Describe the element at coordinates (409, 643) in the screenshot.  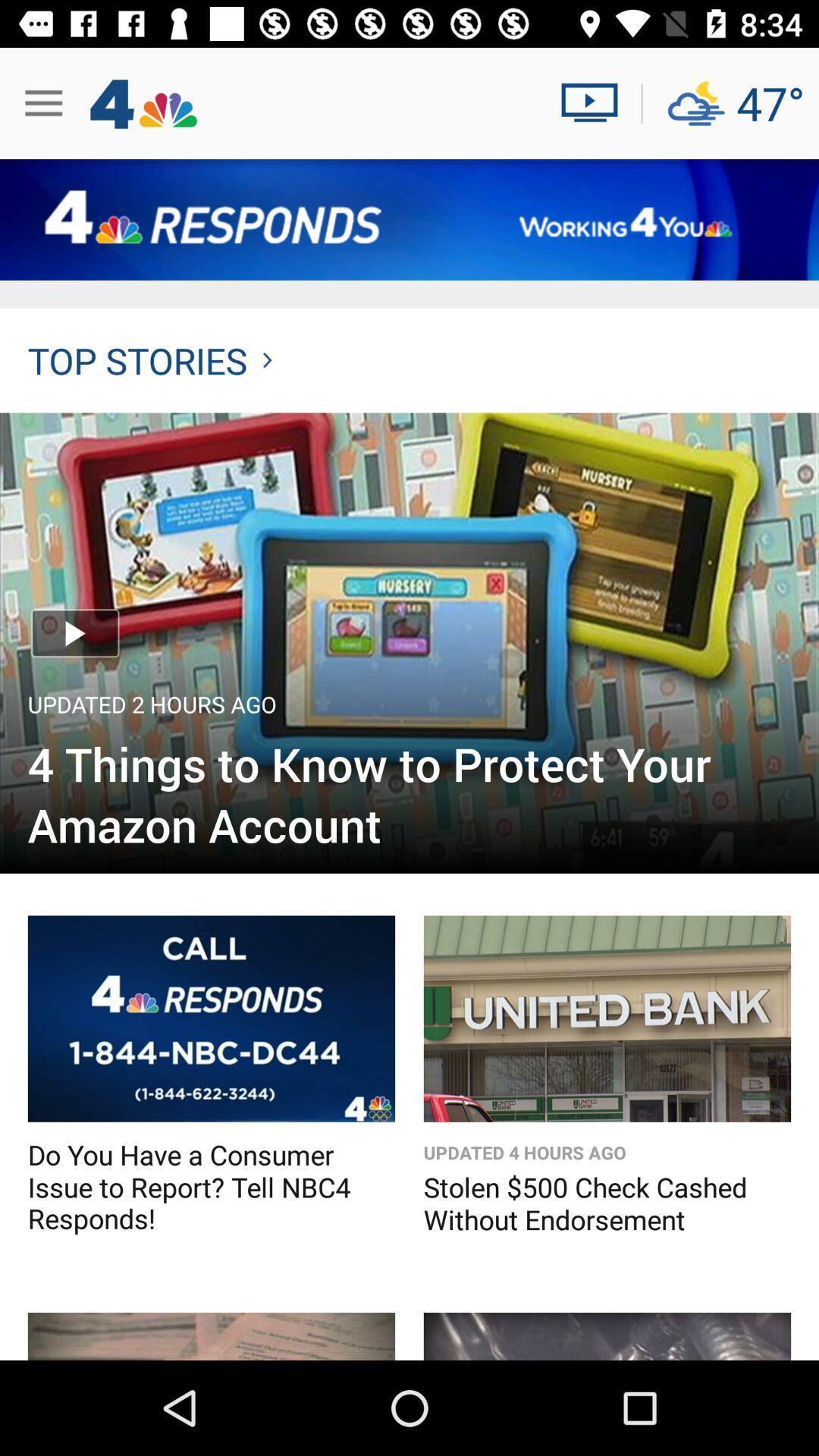
I see `article` at that location.